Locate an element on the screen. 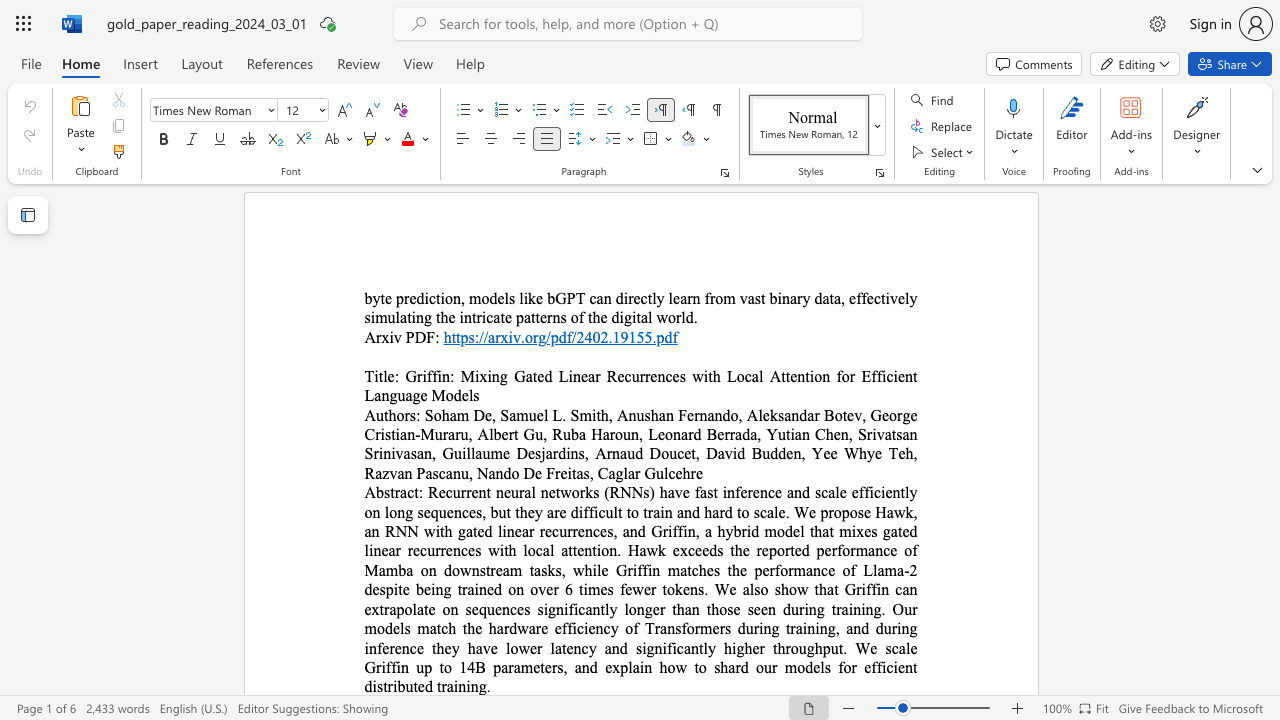 This screenshot has height=720, width=1280. the subset text "hard our models for efficient distributed training." within the text "Recurrent neural networks (RNNs) have fast inference and scale efficiently on long sequences, but they are difficult to train and hard to scale. We propose Hawk, an RNN with gated linear recurrences, and Griffin, a hybrid model that mixes gated linear recurrences with local attention. Hawk exceeds the reported performance of Mamba on downstream tasks, while Griffin matches the performance of Llama-2 despite being trained on over 6 times fewer tokens. We also show that Griffin can extrapolate on sequences significantly longer than those seen during training. Our models match the hardware efficiency of Transformers during training, and during inference they have lower latency and significantly higher throughput. We scale Griffin up to 14B parameters, and explain how to shard our models for efficient distributed training." is located at coordinates (720, 667).